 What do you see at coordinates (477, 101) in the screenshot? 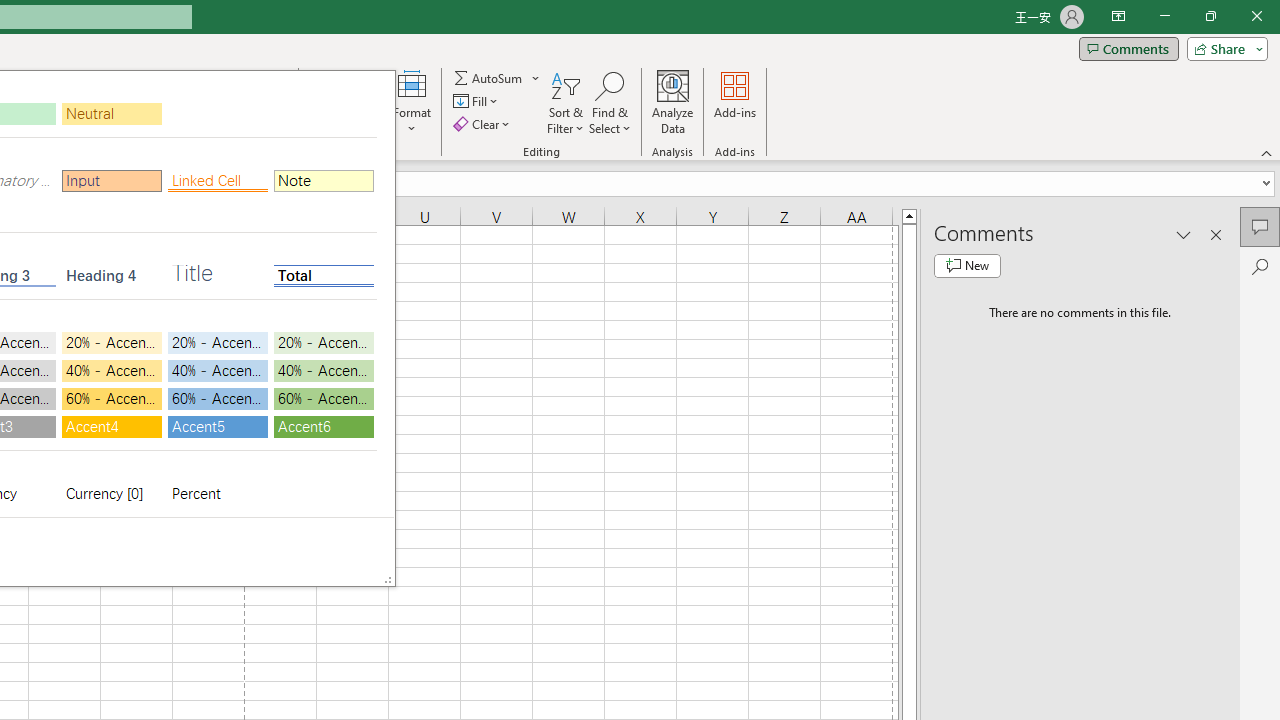
I see `'Fill'` at bounding box center [477, 101].